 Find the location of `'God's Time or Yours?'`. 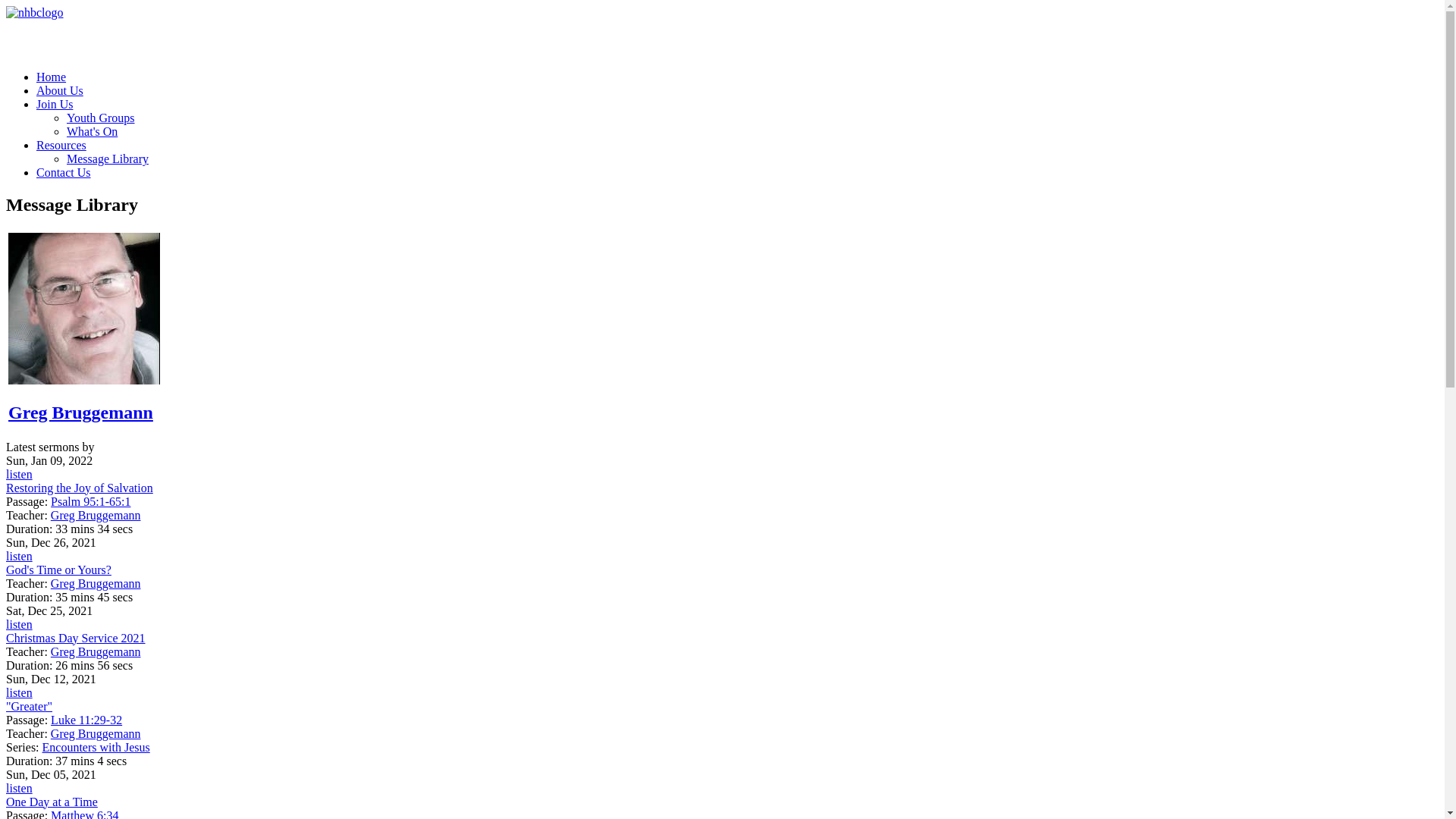

'God's Time or Yours?' is located at coordinates (58, 570).